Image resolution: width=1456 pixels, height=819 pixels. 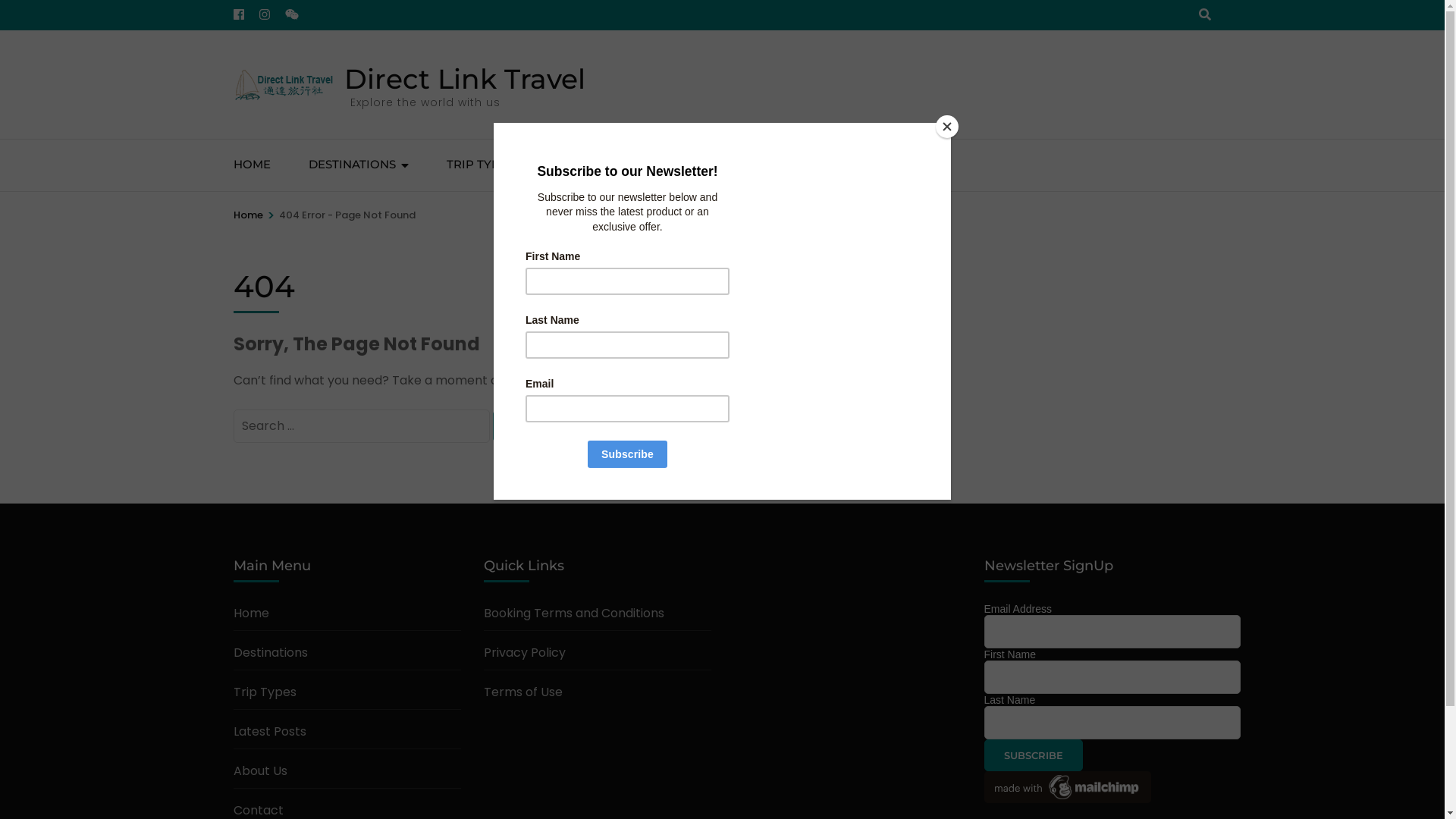 What do you see at coordinates (524, 651) in the screenshot?
I see `'Privacy Policy'` at bounding box center [524, 651].